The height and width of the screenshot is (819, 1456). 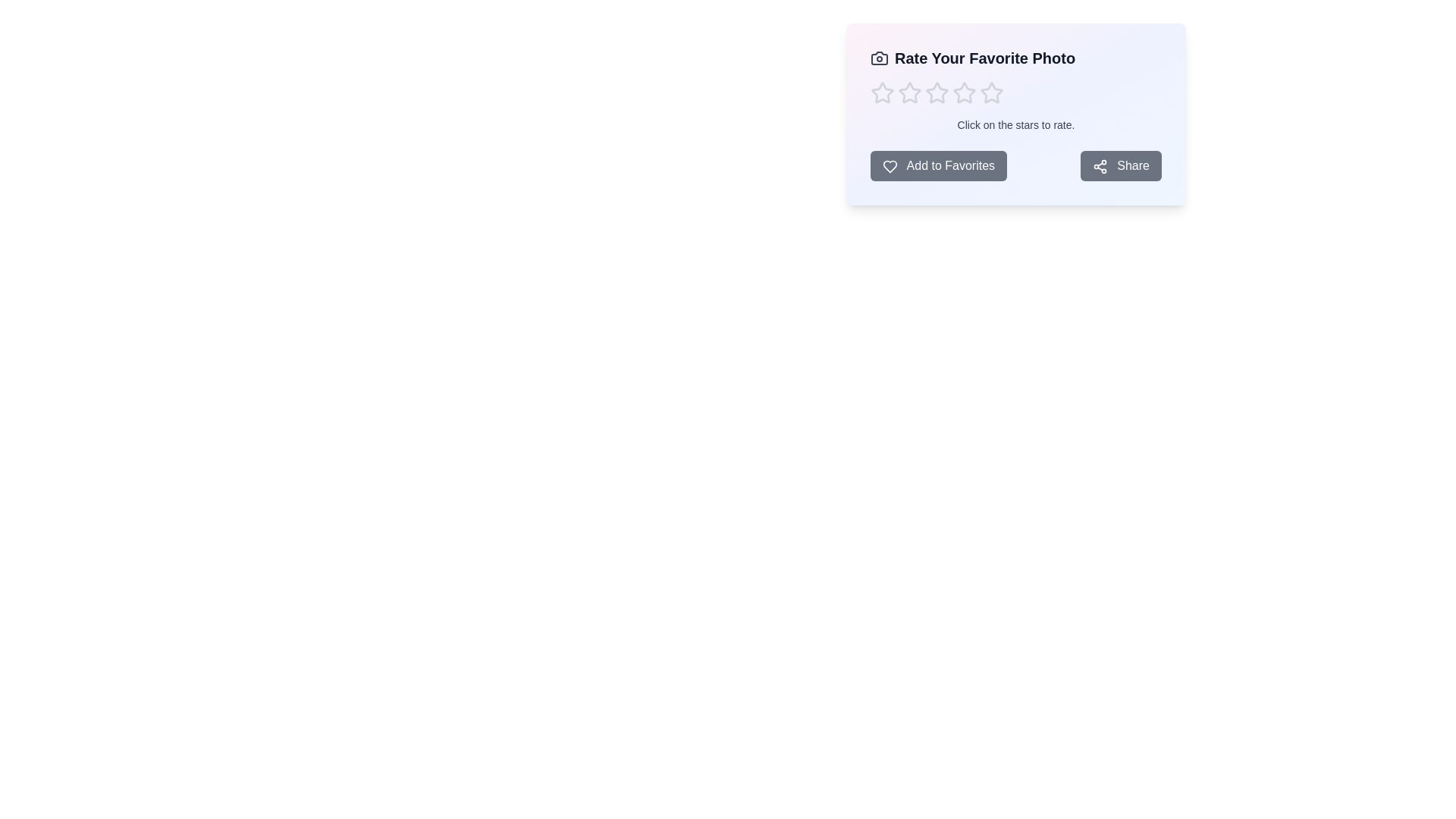 I want to click on the 'Add to Favorites' button, which is a gray rectangular button with white text and a heart-shaped icon, located adjacent to the 'Share' button, so click(x=938, y=166).